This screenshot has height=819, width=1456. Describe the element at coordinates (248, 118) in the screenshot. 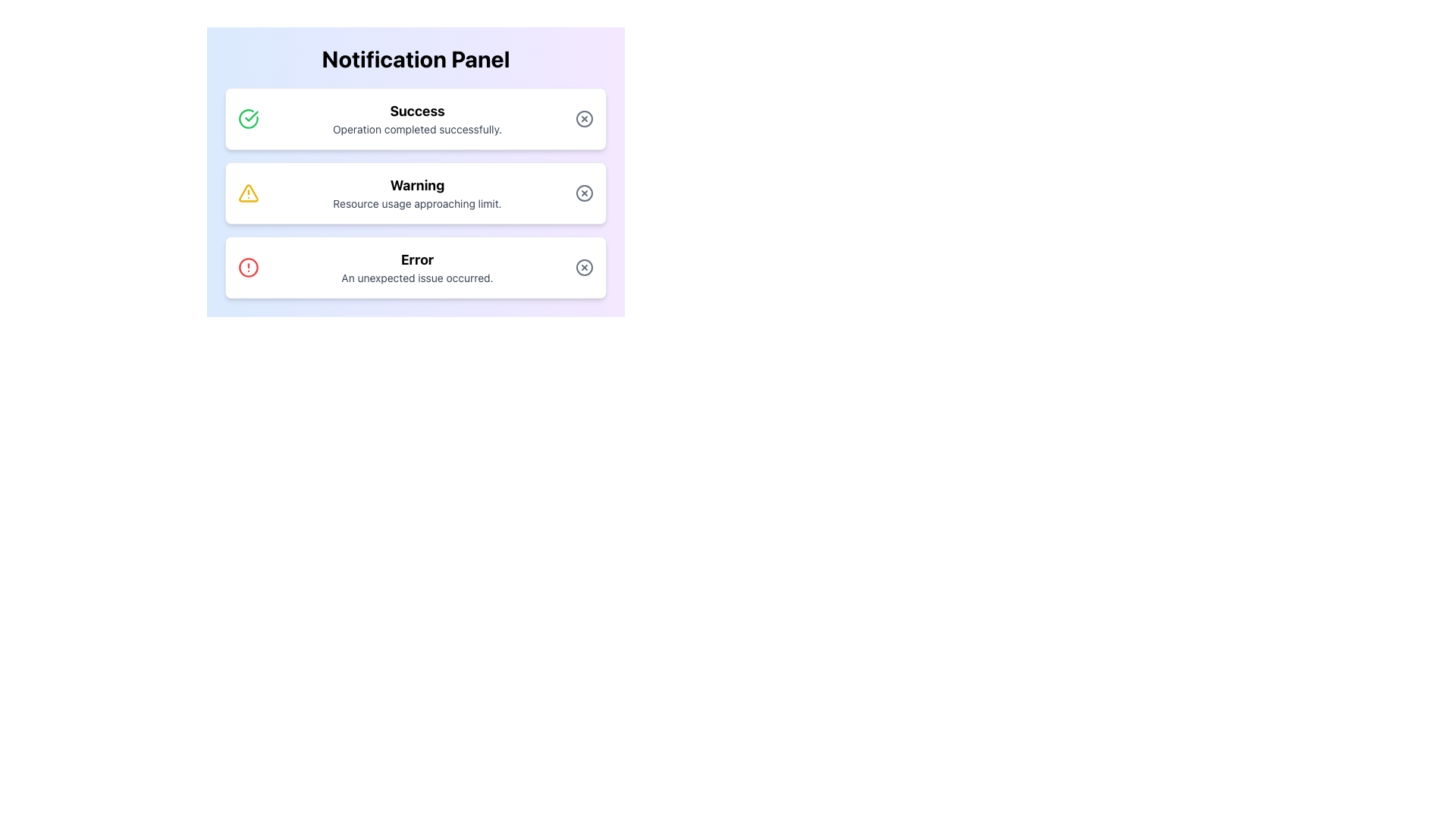

I see `the success status icon located in the top notification box labeled 'Success', which is positioned to the left of the text content` at that location.